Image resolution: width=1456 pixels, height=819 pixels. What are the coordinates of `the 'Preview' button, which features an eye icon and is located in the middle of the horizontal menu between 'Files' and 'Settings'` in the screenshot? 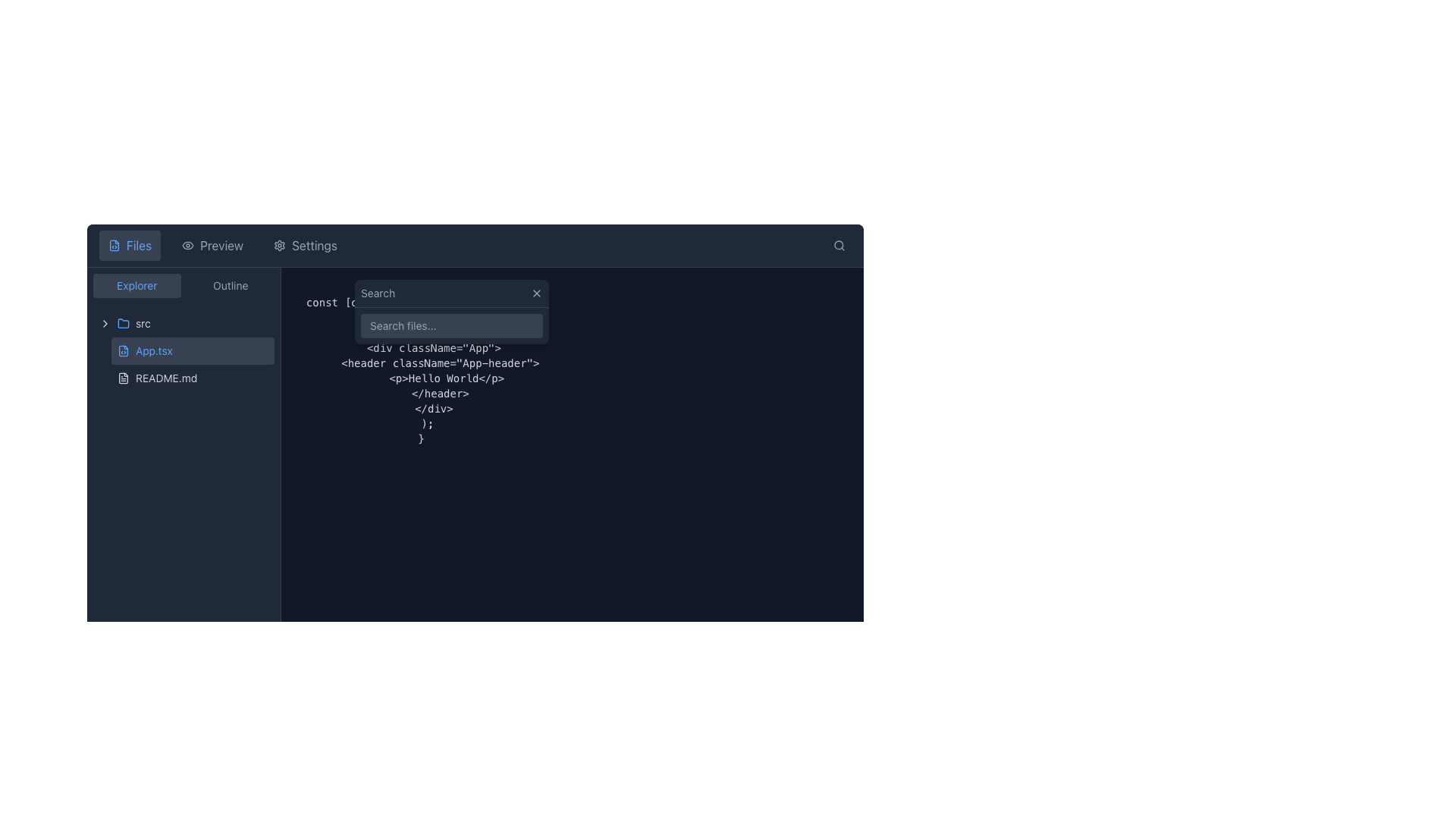 It's located at (212, 245).